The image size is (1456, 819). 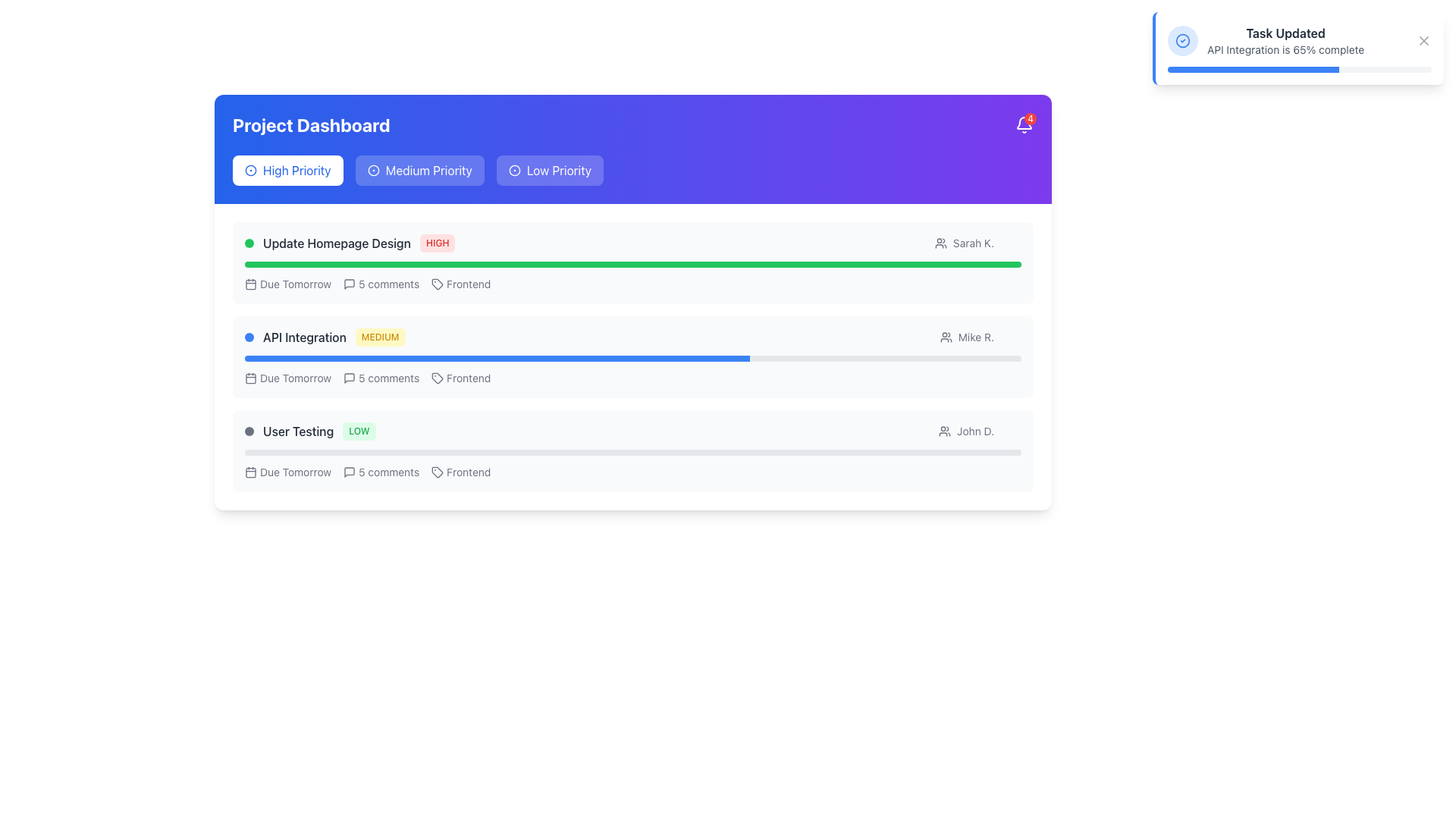 I want to click on the graphical tag icon located in the notification section of the interface on the right-hand side, so click(x=437, y=472).